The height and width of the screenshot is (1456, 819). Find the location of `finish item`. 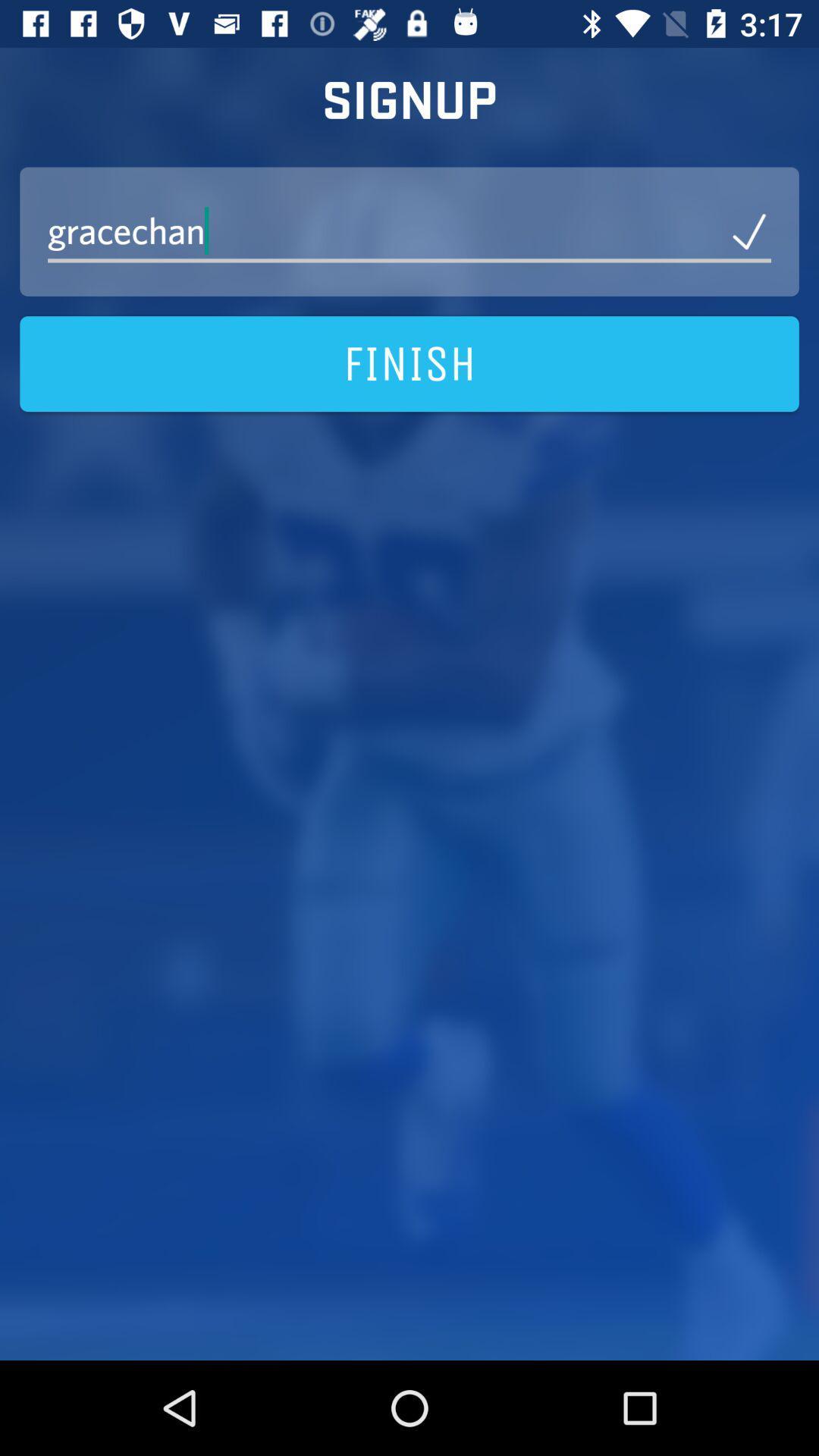

finish item is located at coordinates (409, 364).